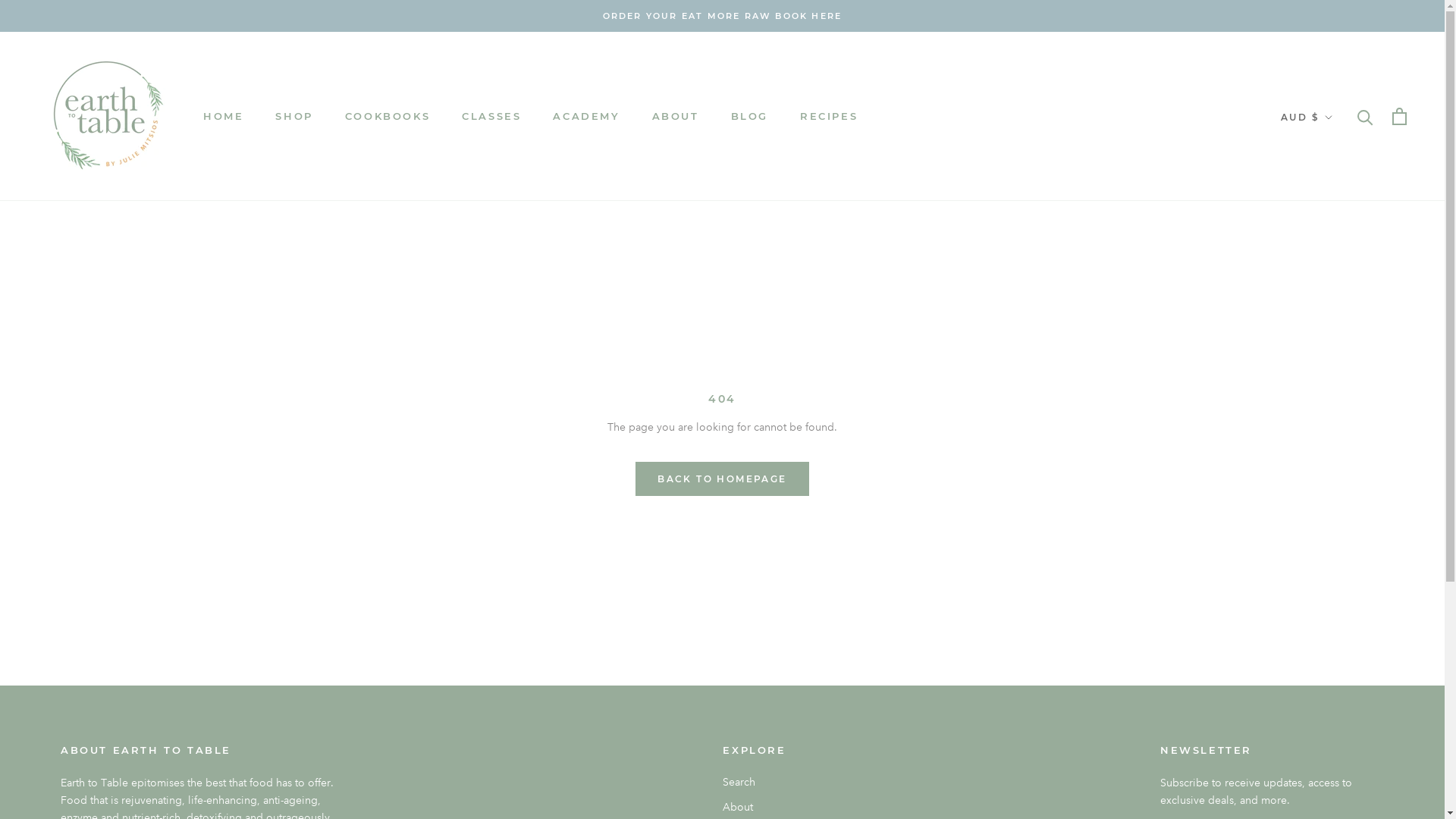  I want to click on 'CLASSES, so click(491, 115).